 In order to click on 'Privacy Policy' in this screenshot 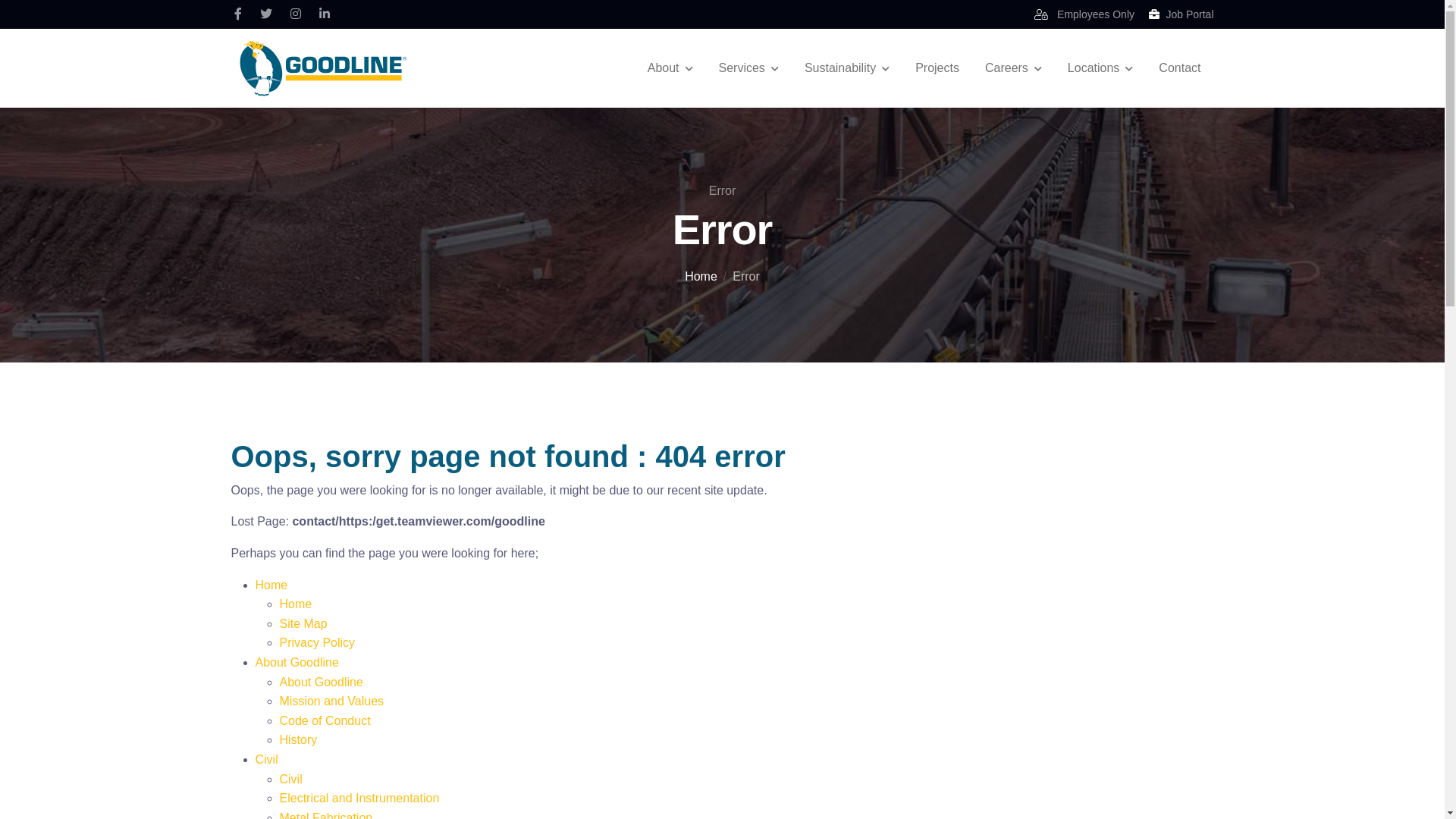, I will do `click(279, 642)`.